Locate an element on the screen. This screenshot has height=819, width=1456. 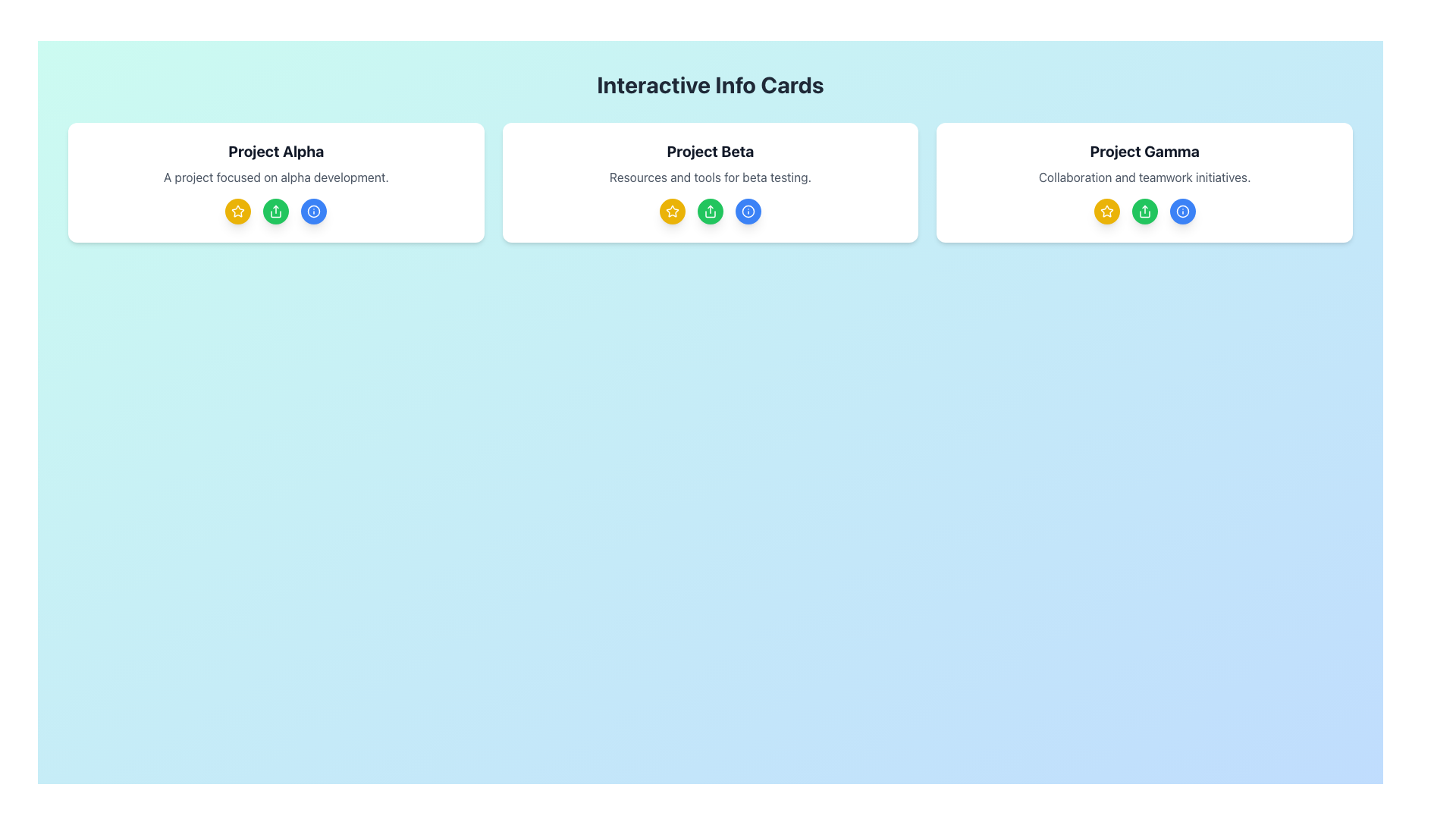
the share or upload icon located as the second icon from the left in the lower section of the 'Project Alpha' card is located at coordinates (276, 211).